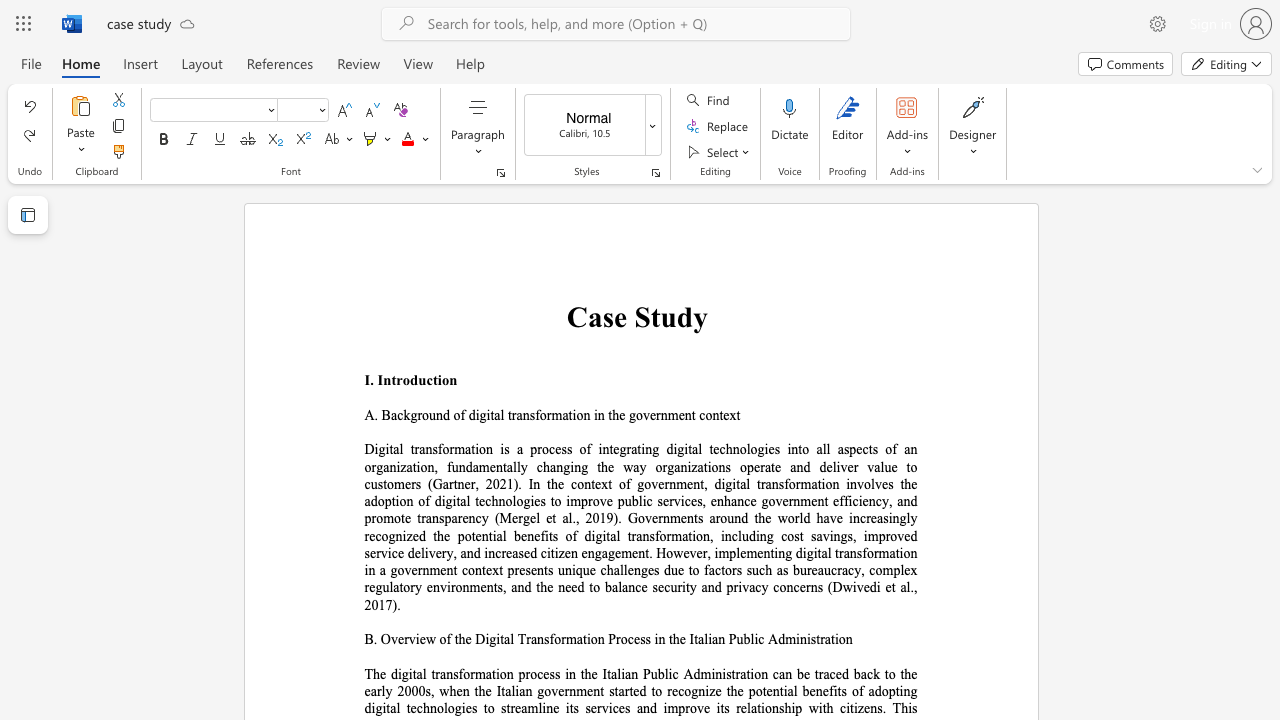 The height and width of the screenshot is (720, 1280). I want to click on the subset text "Background of dig" within the text "A. Background of digital transformation in the government context", so click(381, 414).